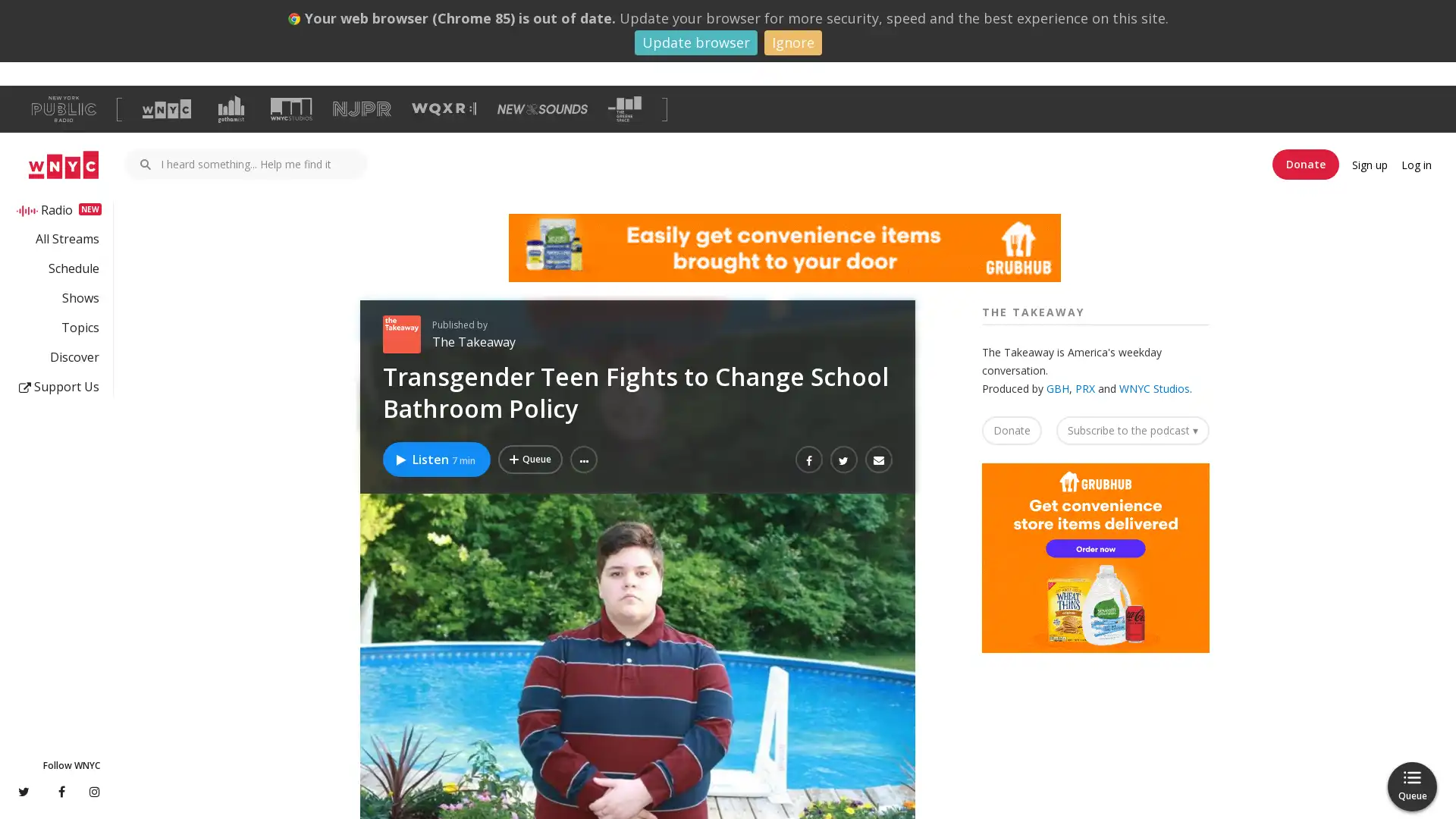 The width and height of the screenshot is (1456, 819). What do you see at coordinates (1411, 786) in the screenshot?
I see `Queue` at bounding box center [1411, 786].